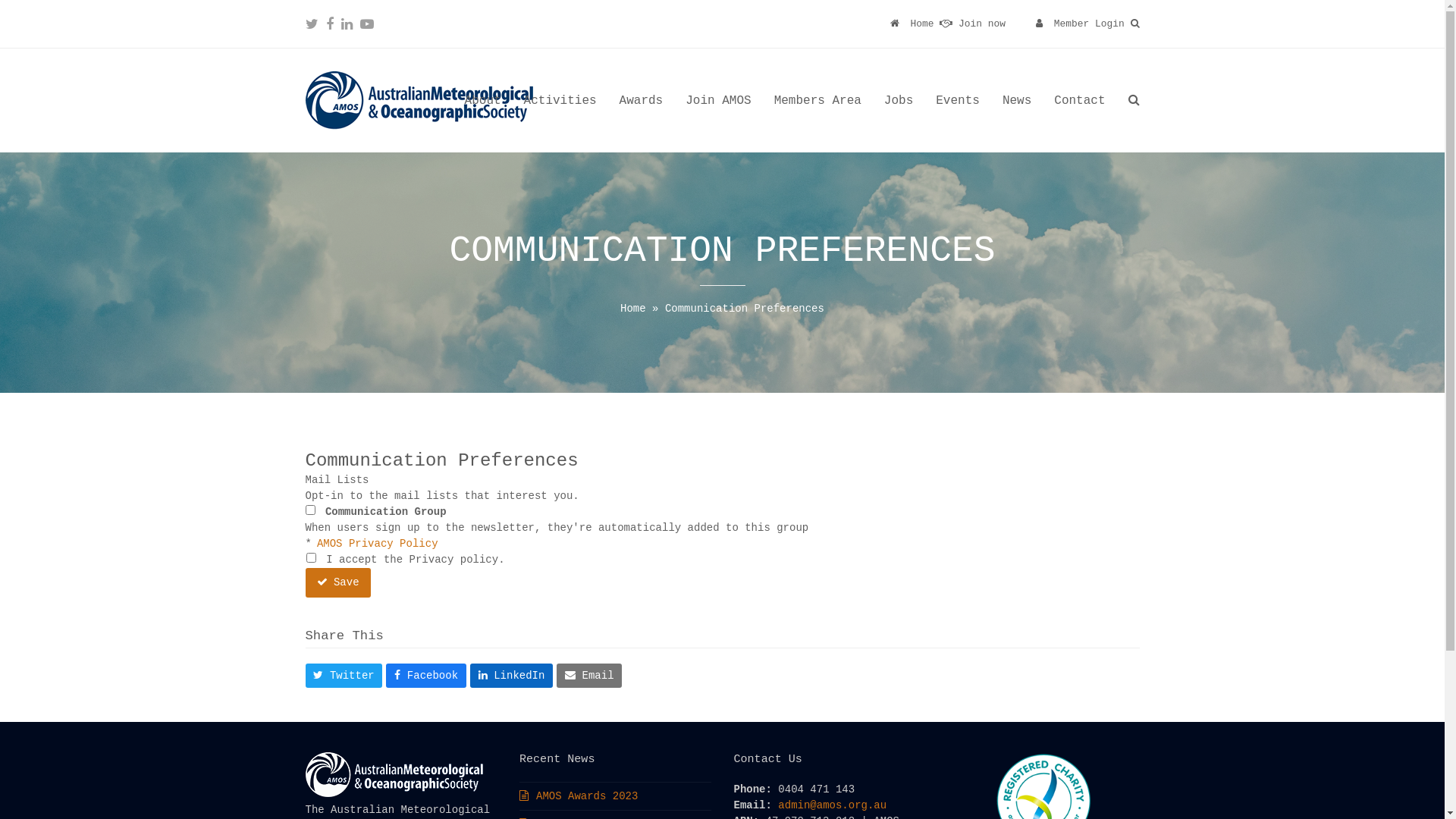  Describe the element at coordinates (717, 100) in the screenshot. I see `'Join AMOS'` at that location.